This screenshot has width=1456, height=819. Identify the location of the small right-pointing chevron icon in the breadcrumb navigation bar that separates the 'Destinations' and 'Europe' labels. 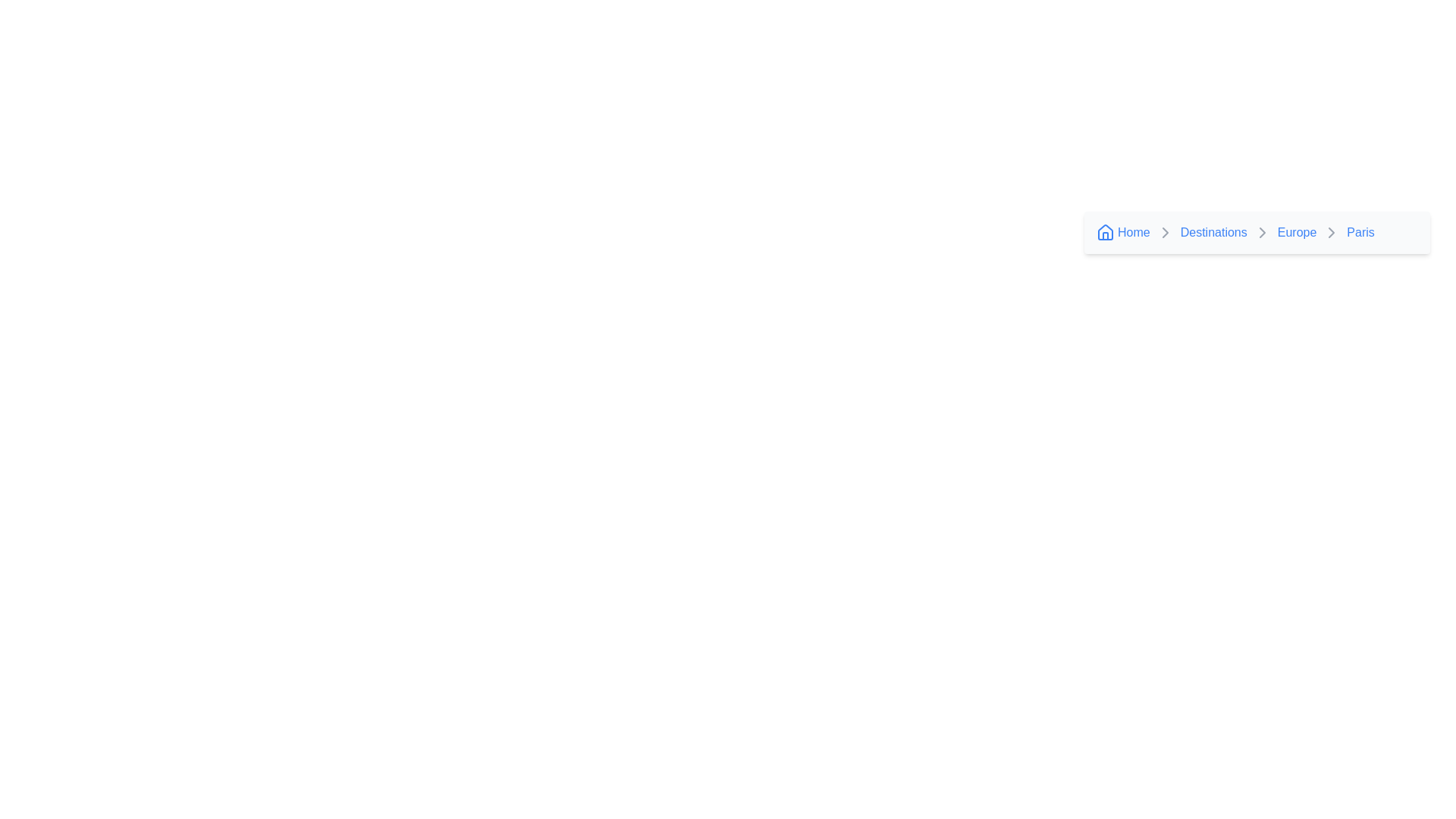
(1262, 233).